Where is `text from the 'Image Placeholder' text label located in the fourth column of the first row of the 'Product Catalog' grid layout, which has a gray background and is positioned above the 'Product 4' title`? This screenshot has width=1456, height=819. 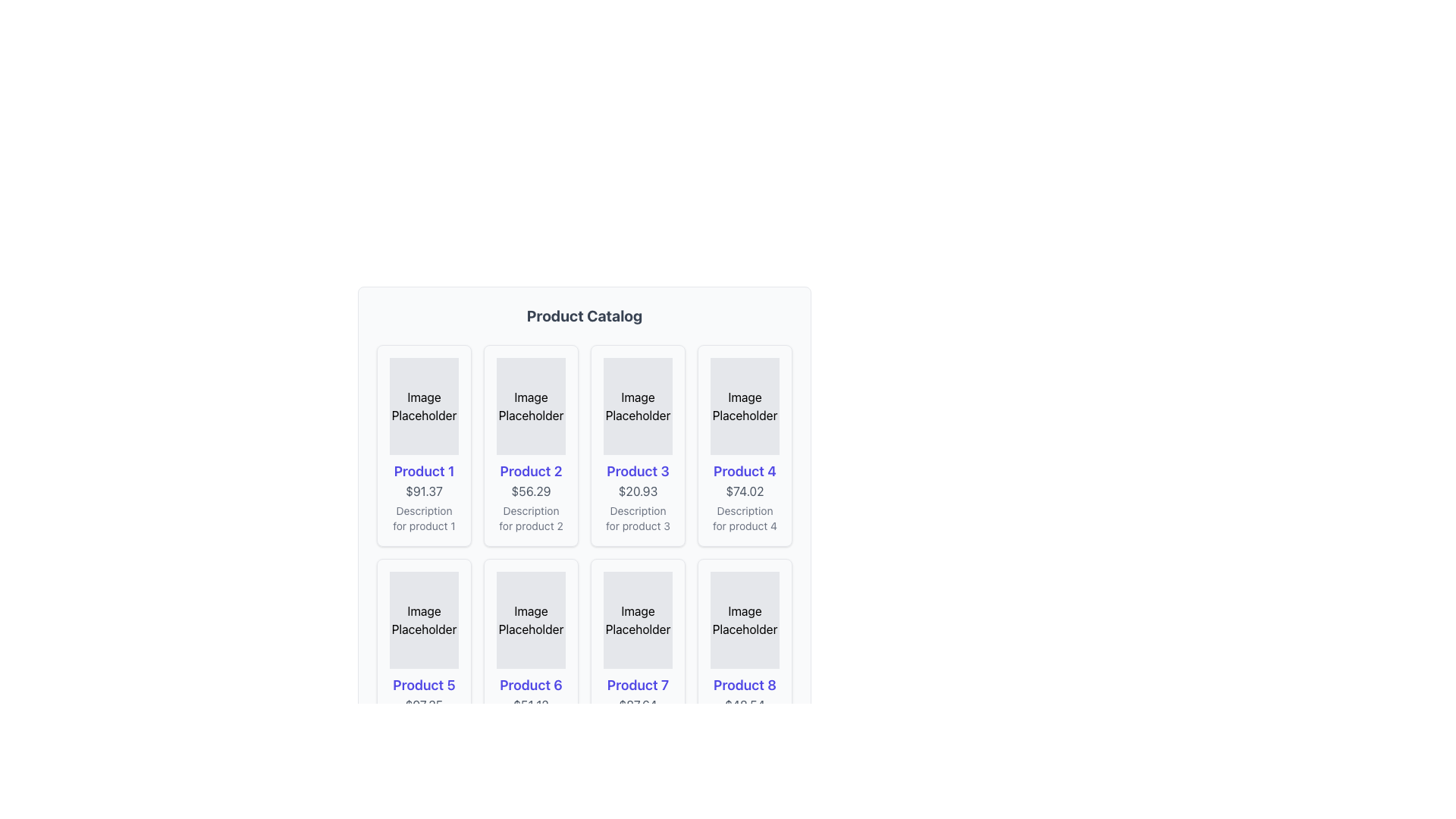
text from the 'Image Placeholder' text label located in the fourth column of the first row of the 'Product Catalog' grid layout, which has a gray background and is positioned above the 'Product 4' title is located at coordinates (745, 406).